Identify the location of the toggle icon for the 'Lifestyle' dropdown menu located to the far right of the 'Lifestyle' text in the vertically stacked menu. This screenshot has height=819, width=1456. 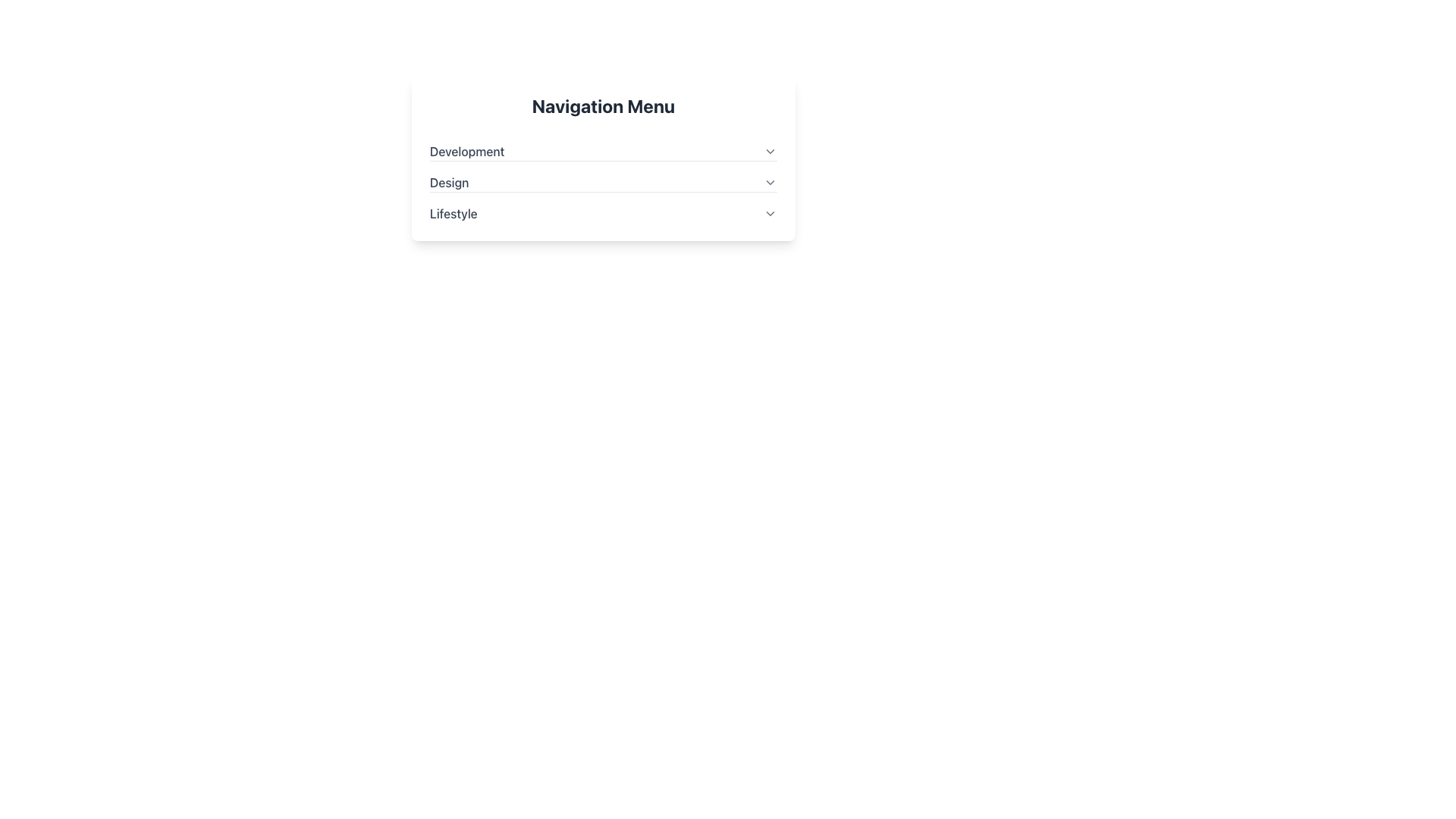
(770, 213).